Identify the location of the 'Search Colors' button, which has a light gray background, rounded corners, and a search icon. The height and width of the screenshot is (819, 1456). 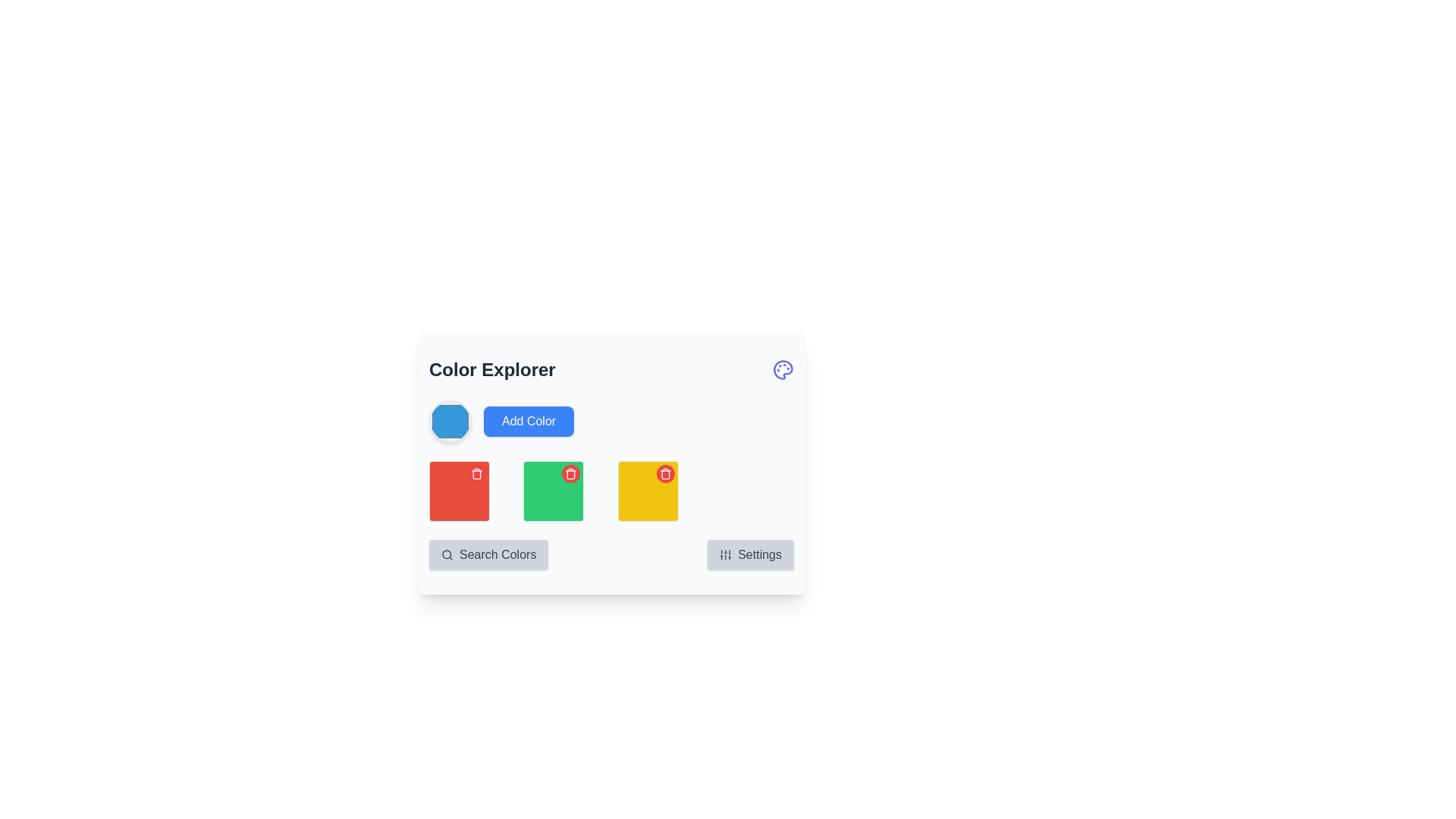
(488, 555).